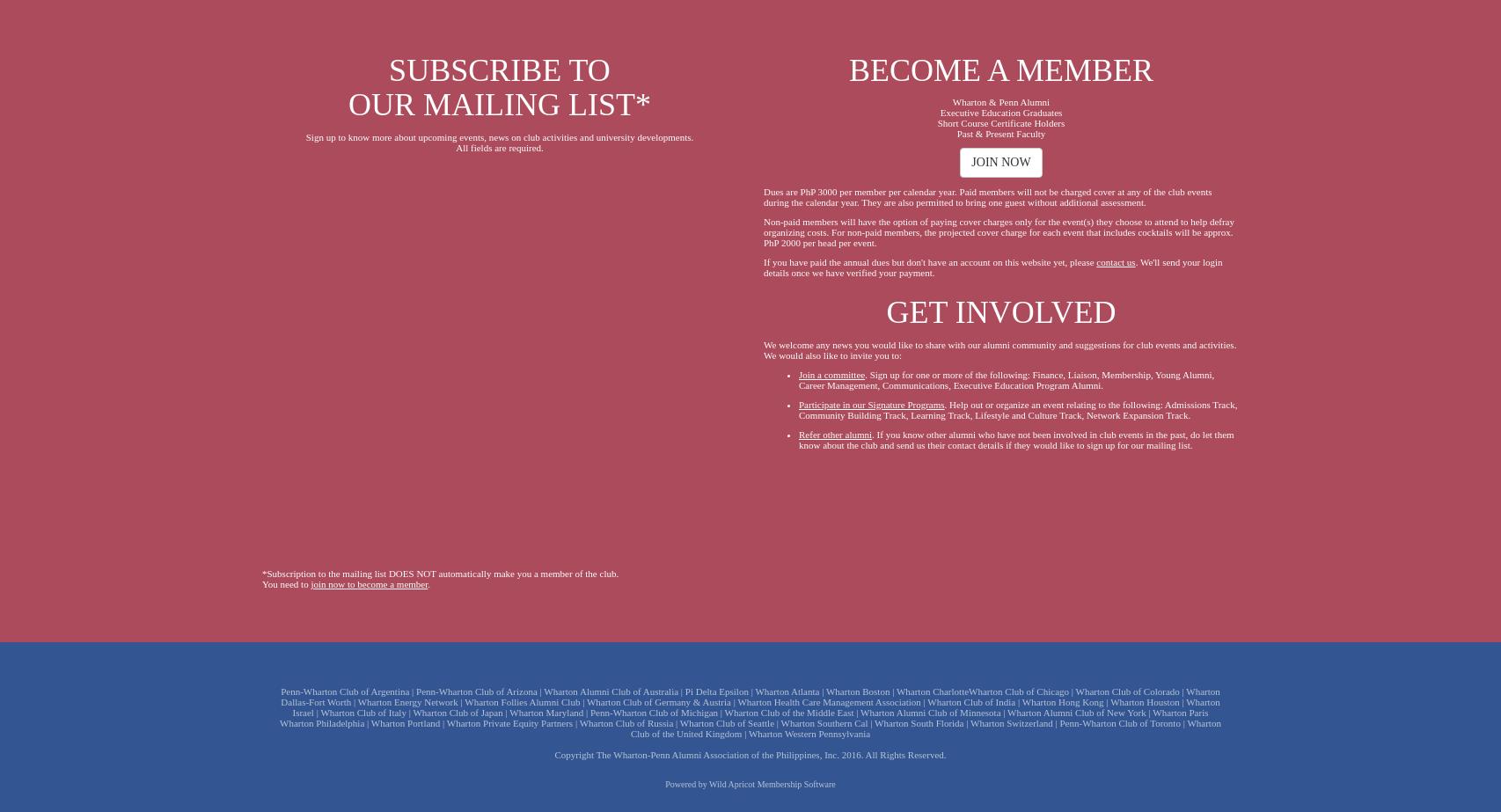 The width and height of the screenshot is (1501, 812). Describe the element at coordinates (835, 432) in the screenshot. I see `'Refer other alumni'` at that location.